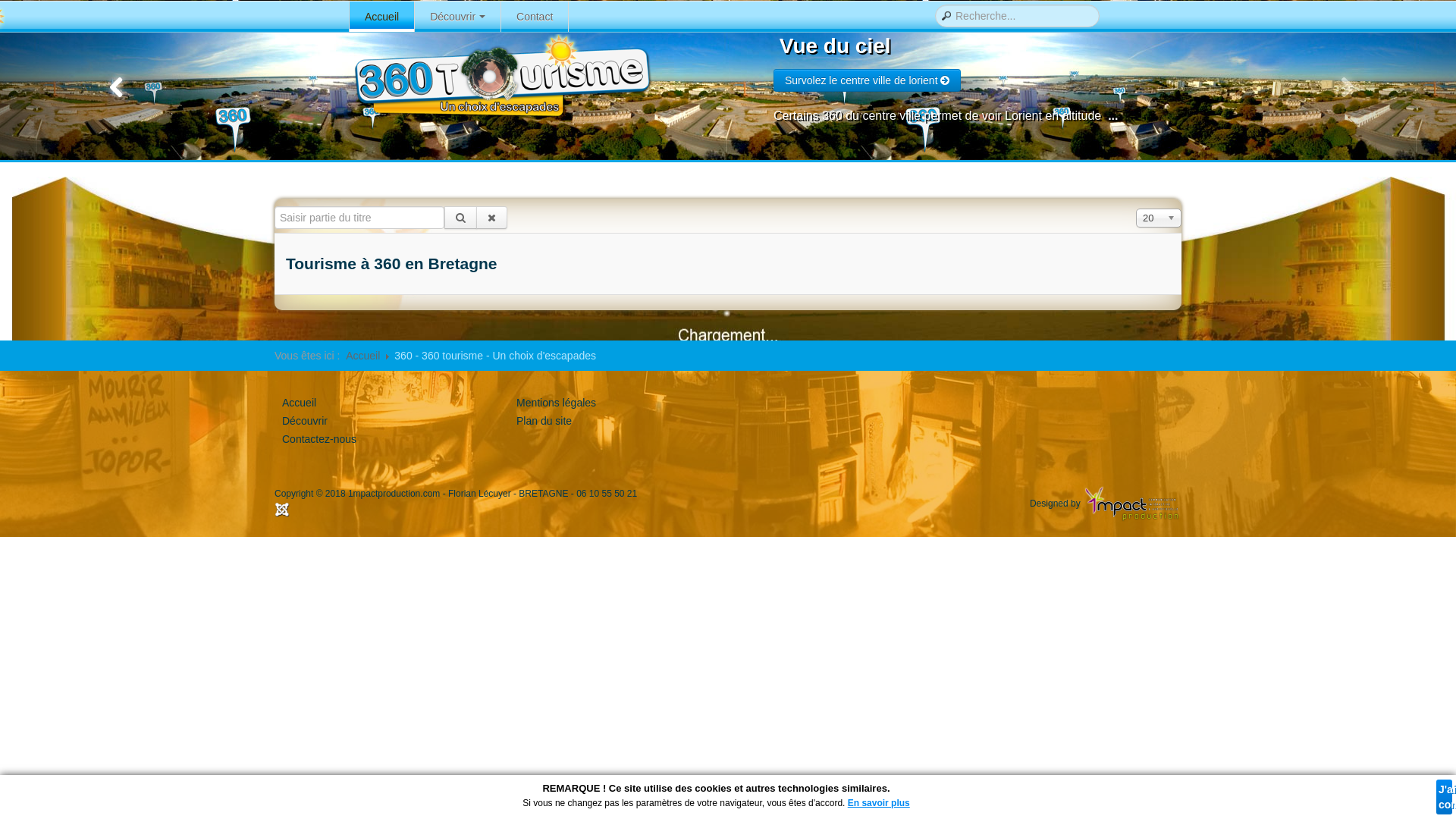 This screenshot has height=819, width=1456. I want to click on '360tourisme.com', so click(500, 76).